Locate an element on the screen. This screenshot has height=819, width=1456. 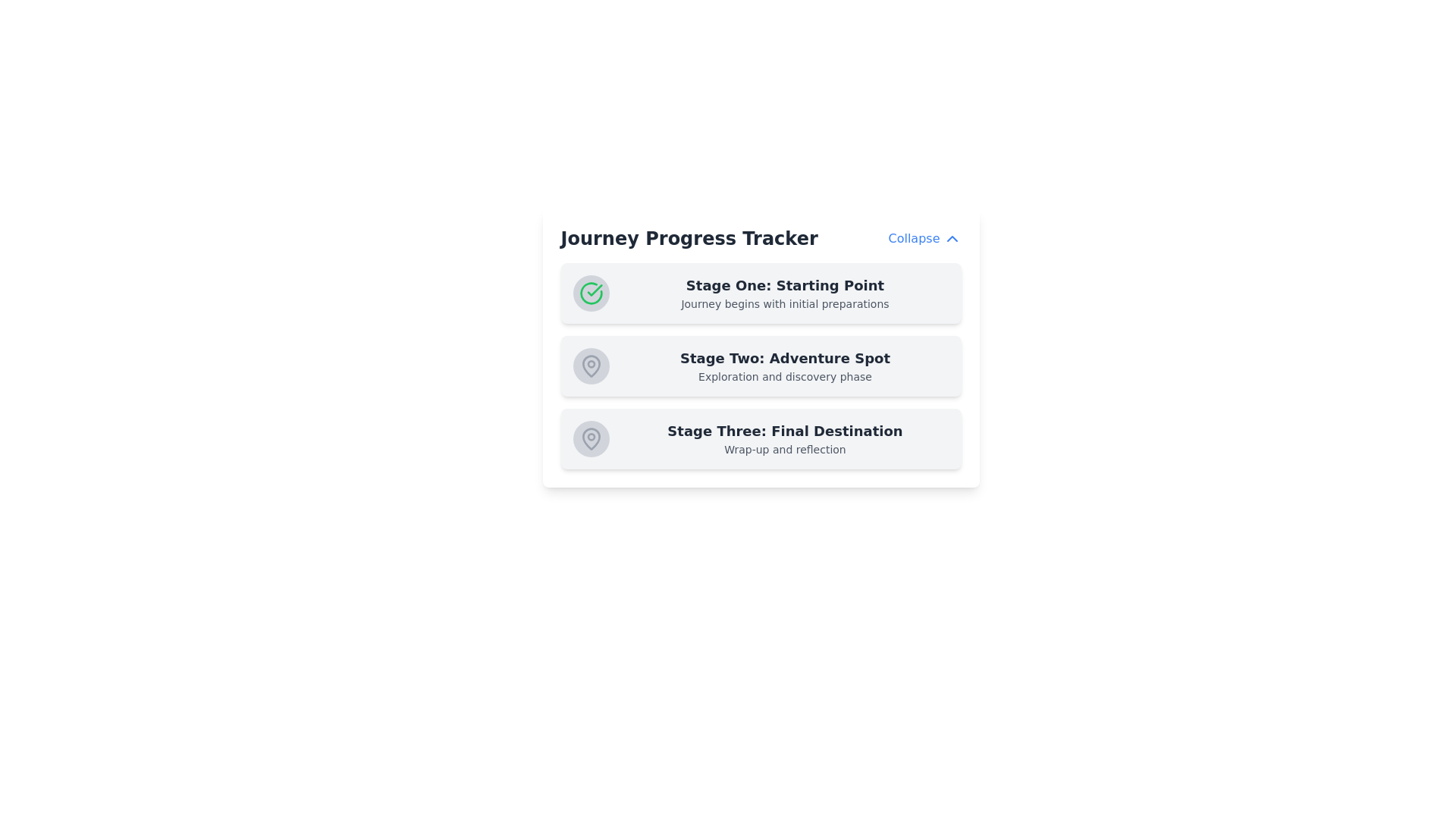
the decorative icon button associated with the 'Stage Three: Final Destination' section of the progress tracker, located at the leftmost side of the row labeled 'Stage Three: Final Destination Wrap-up and reflection.' is located at coordinates (590, 438).